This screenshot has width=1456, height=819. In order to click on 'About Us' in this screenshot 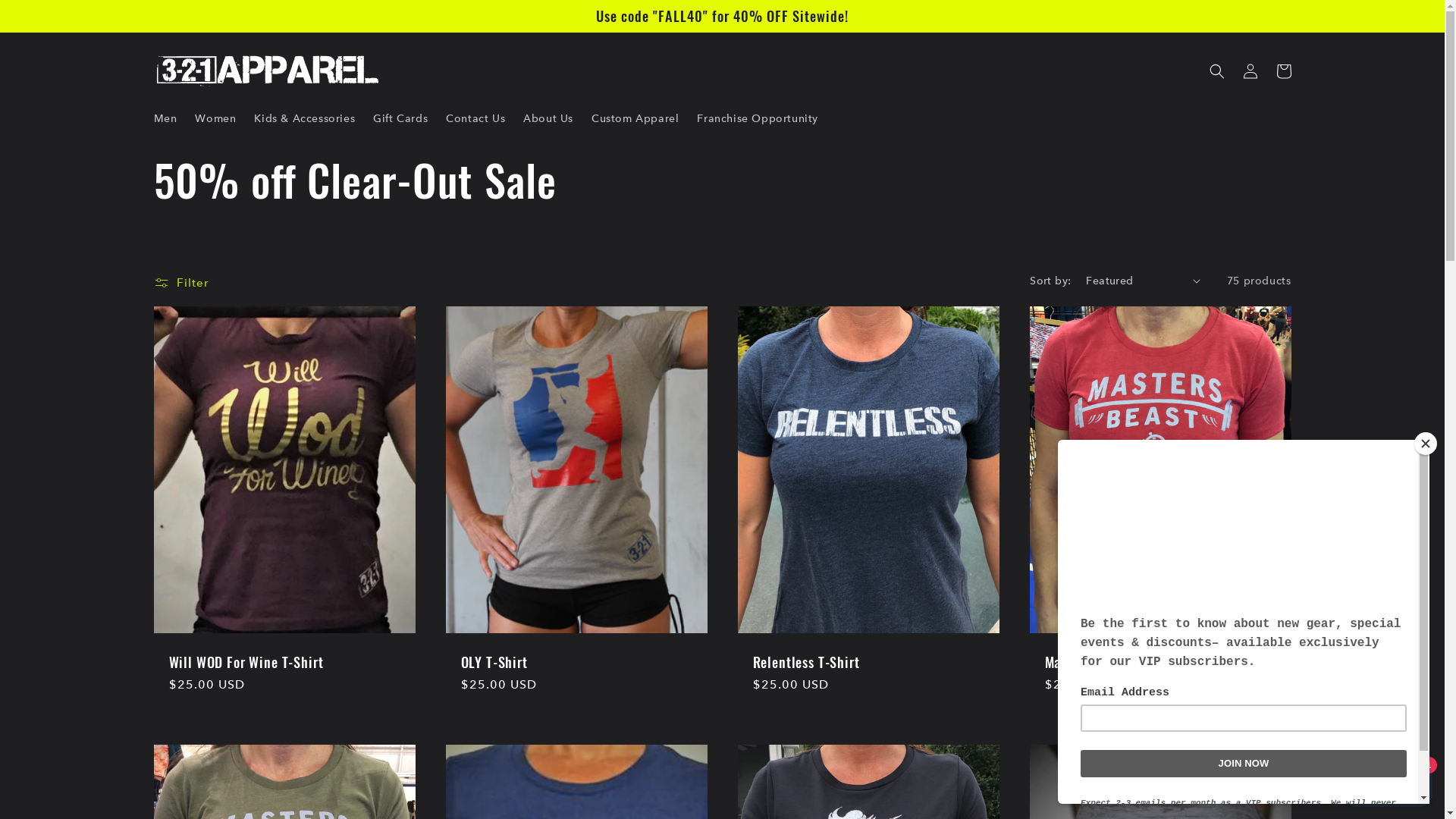, I will do `click(548, 117)`.